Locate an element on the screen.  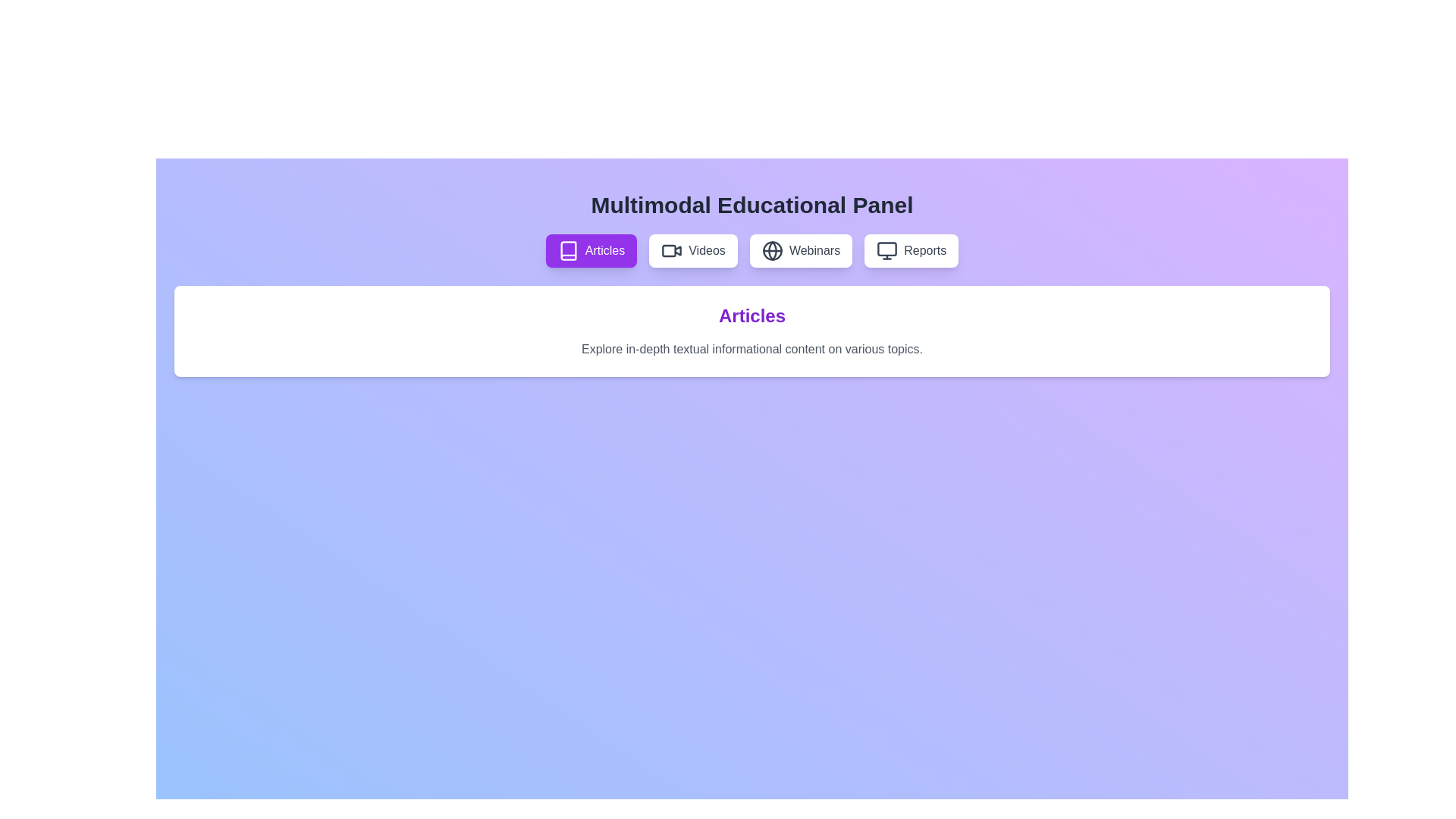
'Webinars' button in the horizontal toolbar located under the 'Multimodal Educational Panel' heading is located at coordinates (814, 250).